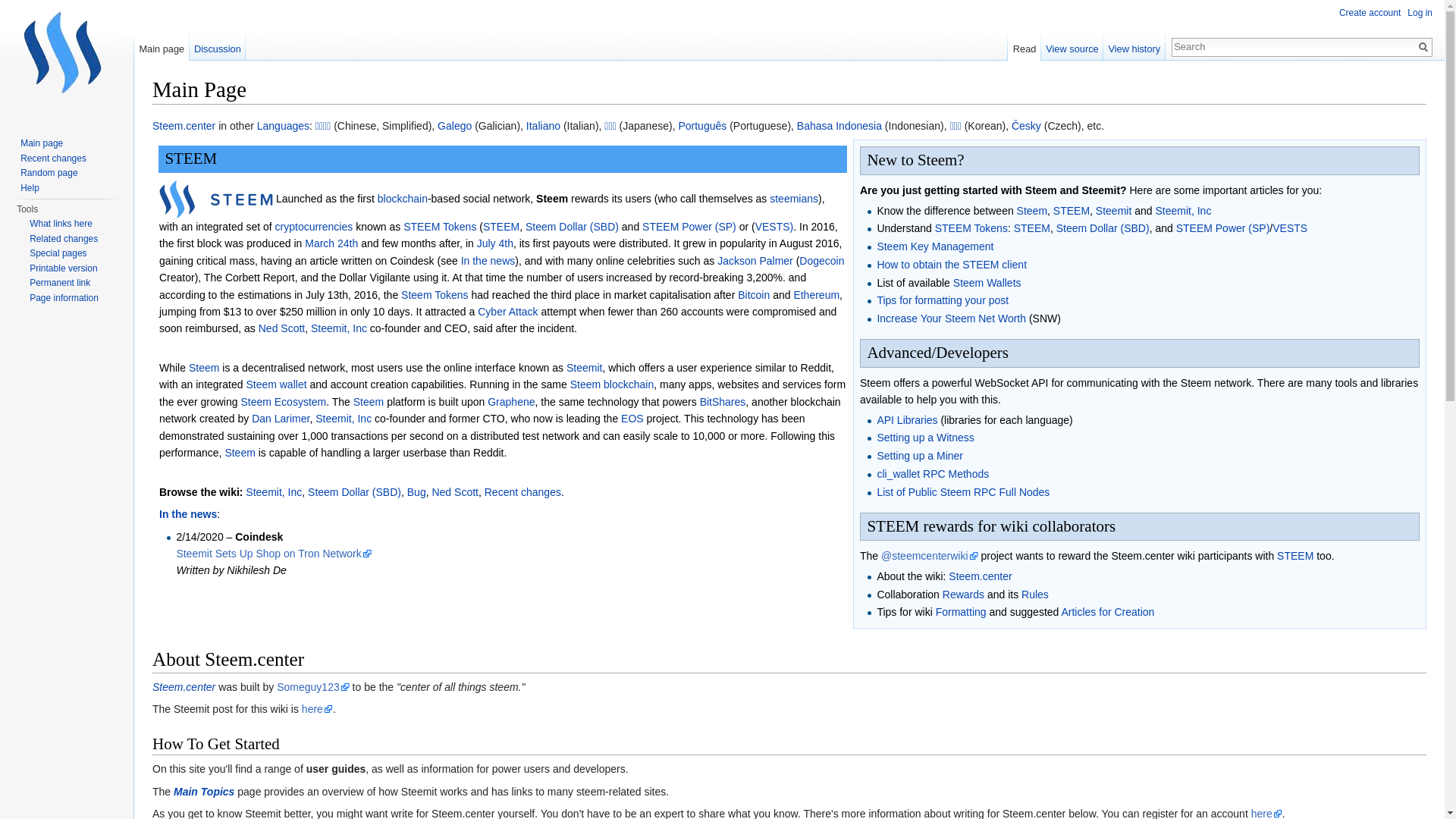 This screenshot has height=819, width=1456. Describe the element at coordinates (1422, 45) in the screenshot. I see `'Go to a page with this exact name if it exists'` at that location.